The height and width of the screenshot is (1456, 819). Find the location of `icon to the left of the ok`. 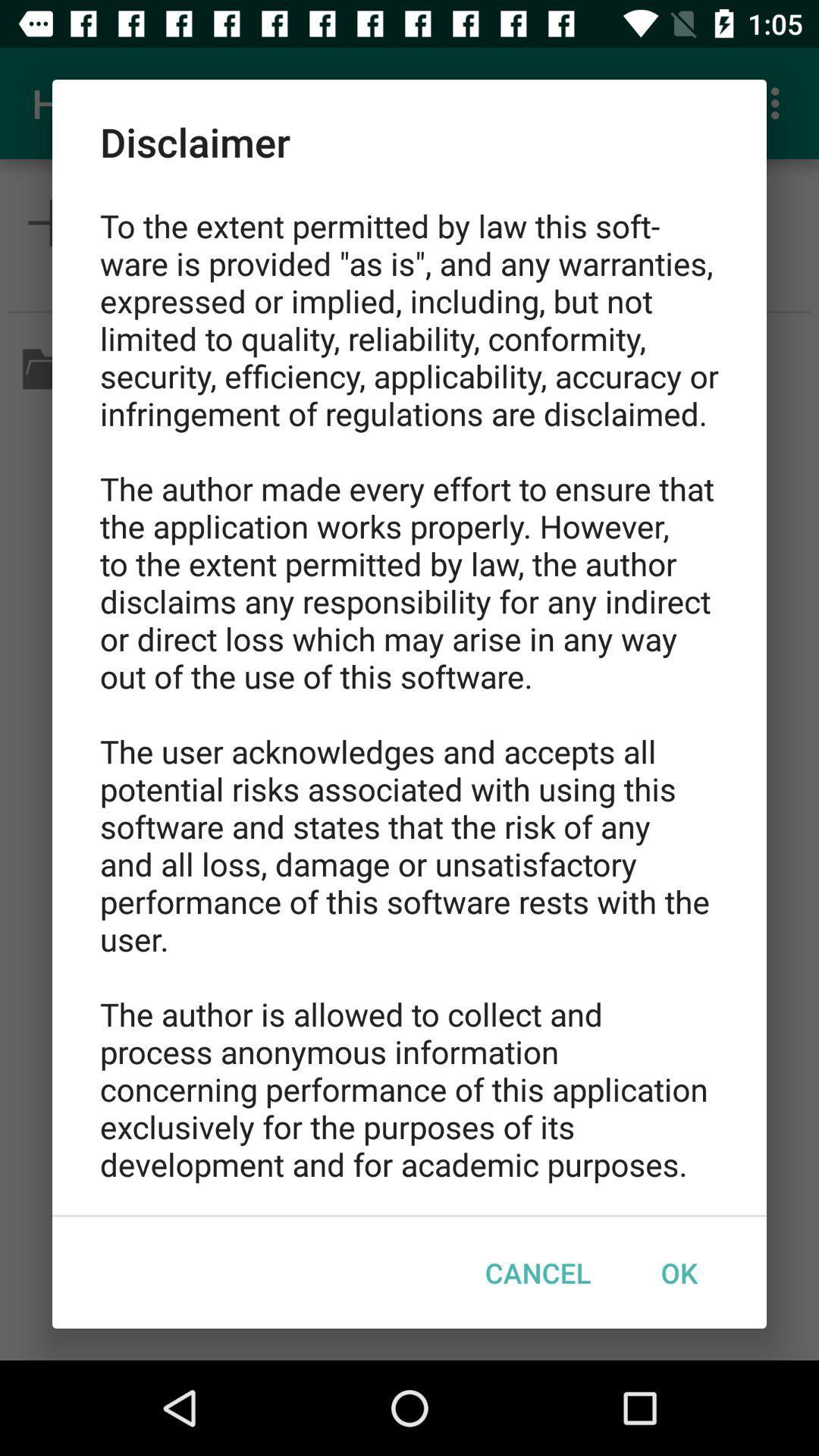

icon to the left of the ok is located at coordinates (537, 1272).